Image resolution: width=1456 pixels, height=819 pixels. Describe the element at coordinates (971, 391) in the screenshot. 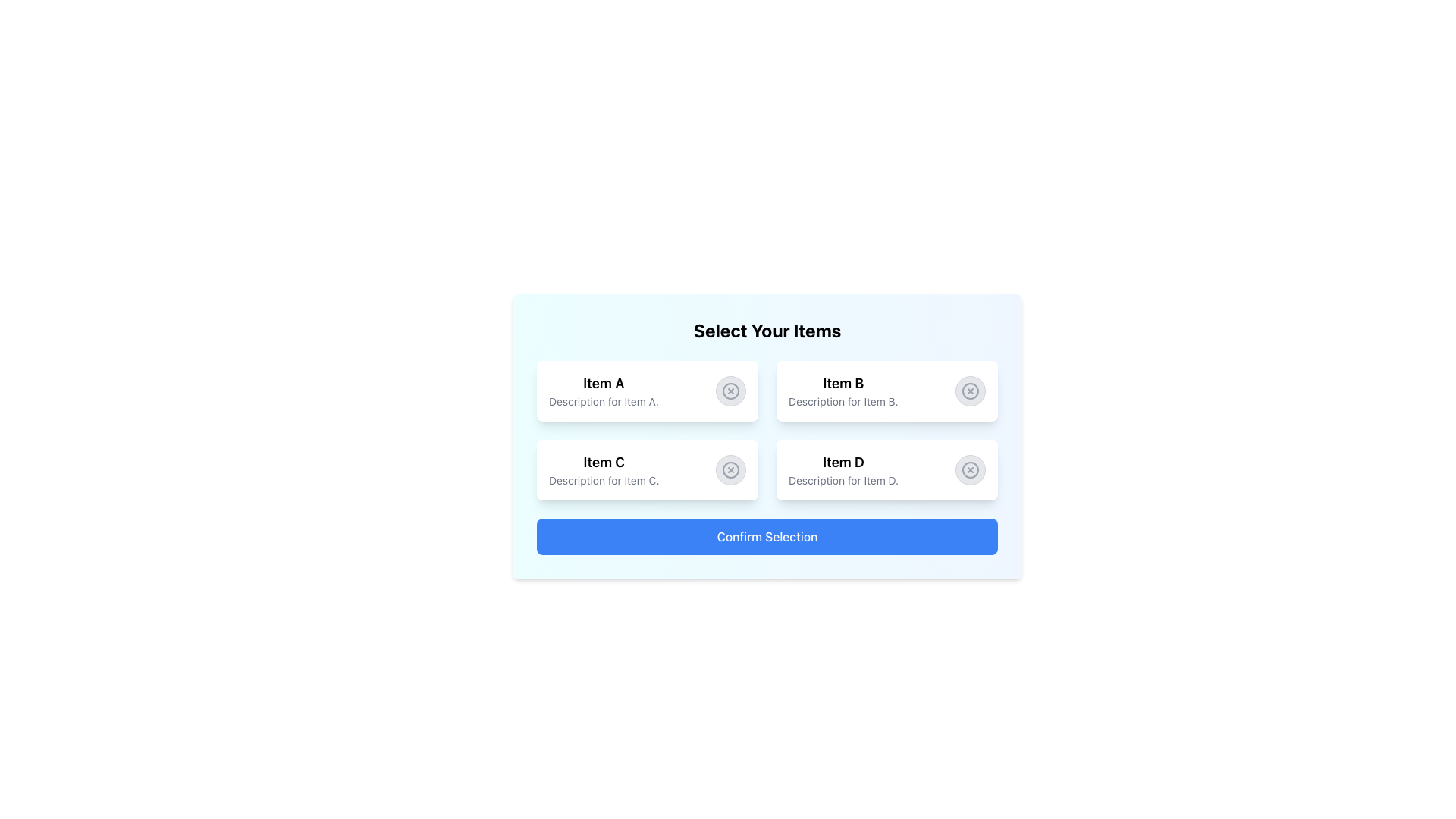

I see `the circular button with a gray border and 'X' icon located` at that location.